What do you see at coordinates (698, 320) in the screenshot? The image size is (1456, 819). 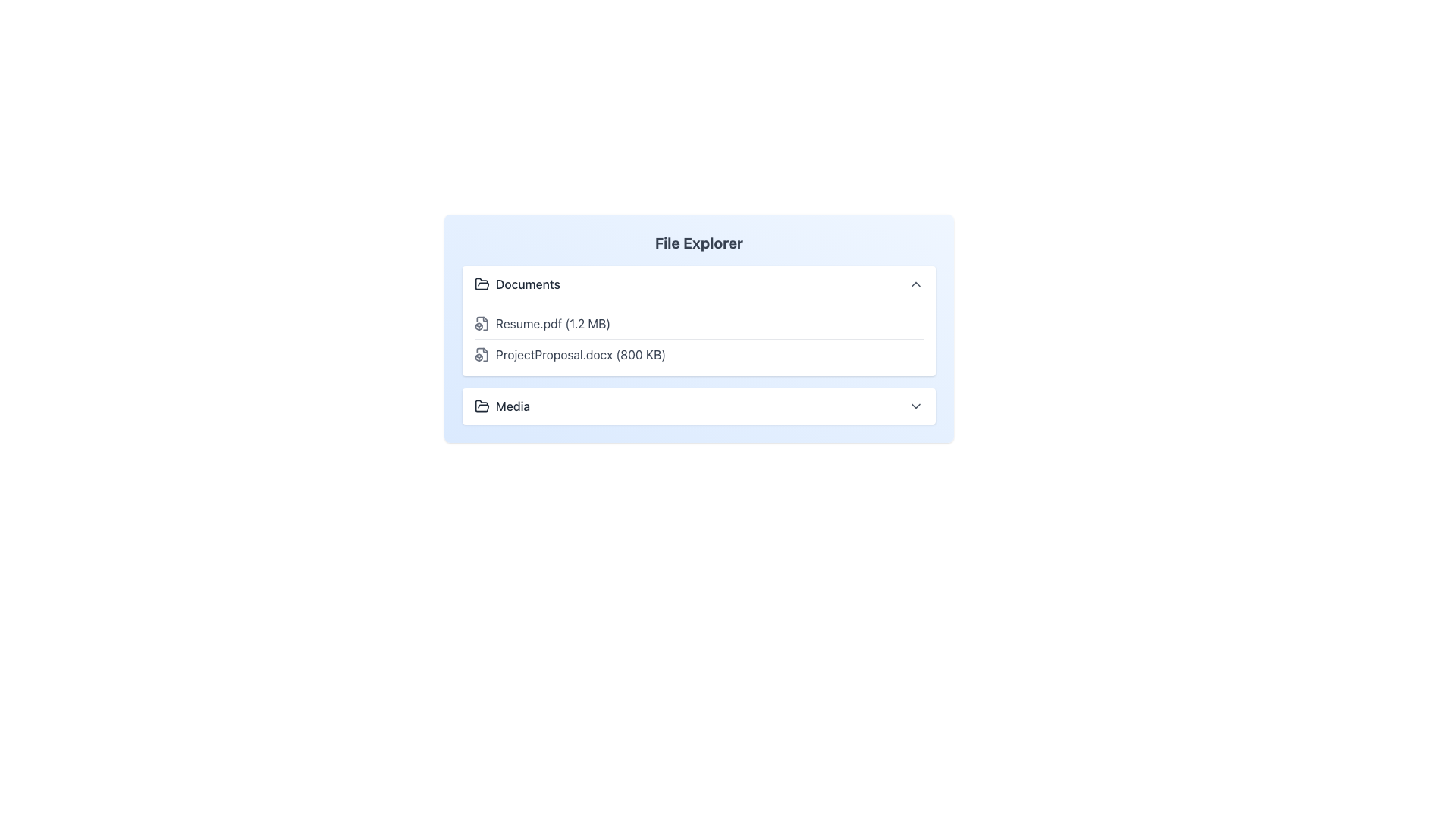 I see `the first file within the collapsible folder component in the file explorer` at bounding box center [698, 320].